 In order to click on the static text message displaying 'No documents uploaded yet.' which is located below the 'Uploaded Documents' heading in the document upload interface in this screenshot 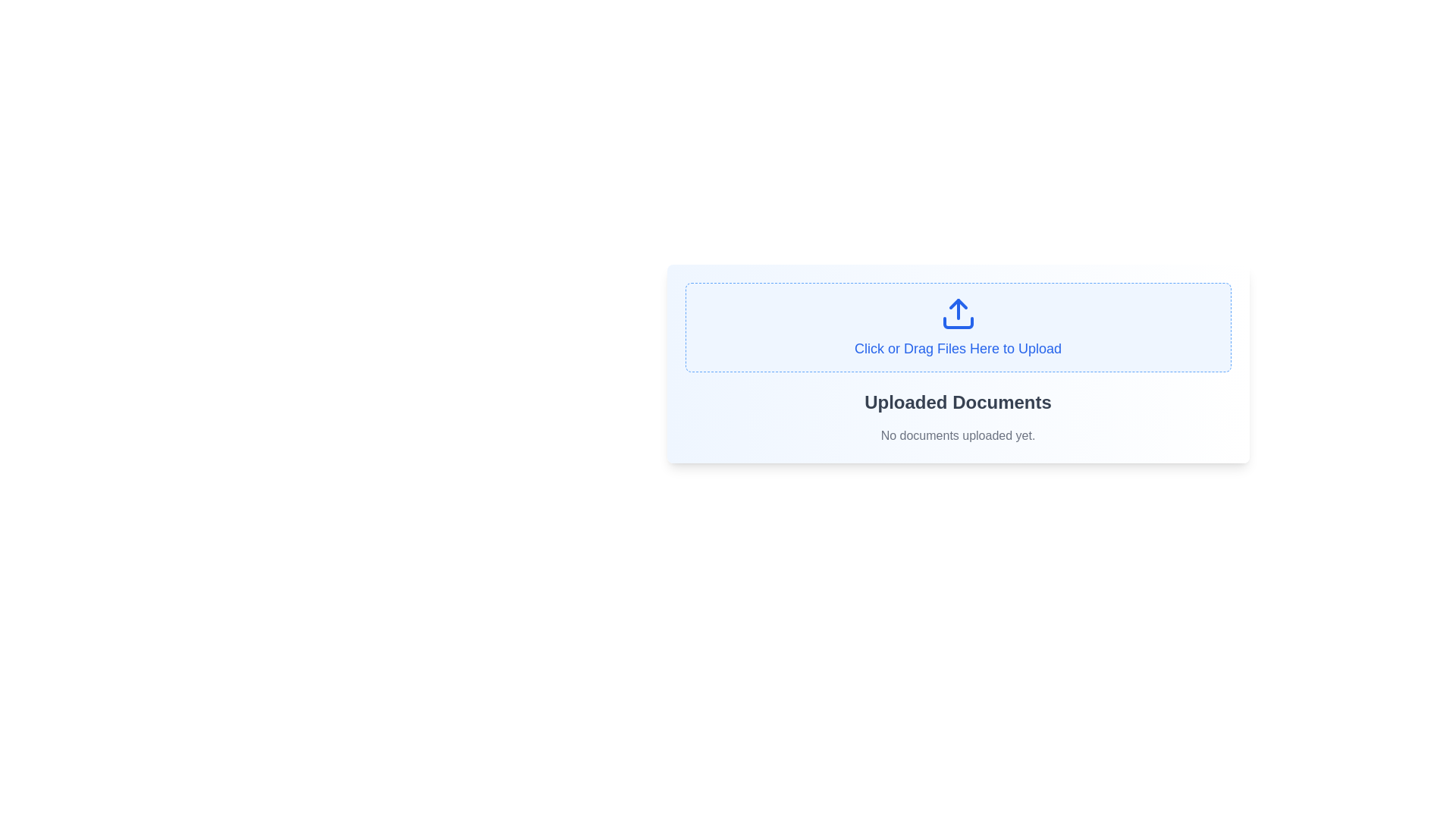, I will do `click(957, 435)`.